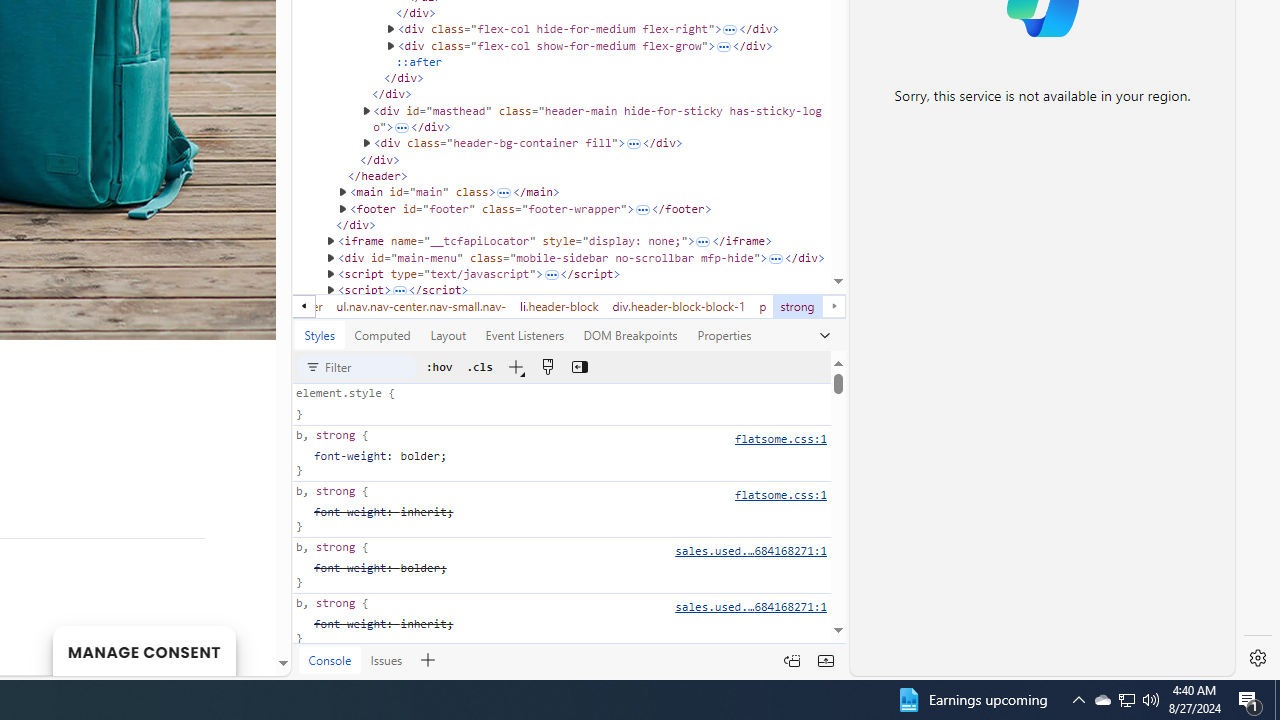 The width and height of the screenshot is (1280, 720). I want to click on 'Console', so click(330, 659).